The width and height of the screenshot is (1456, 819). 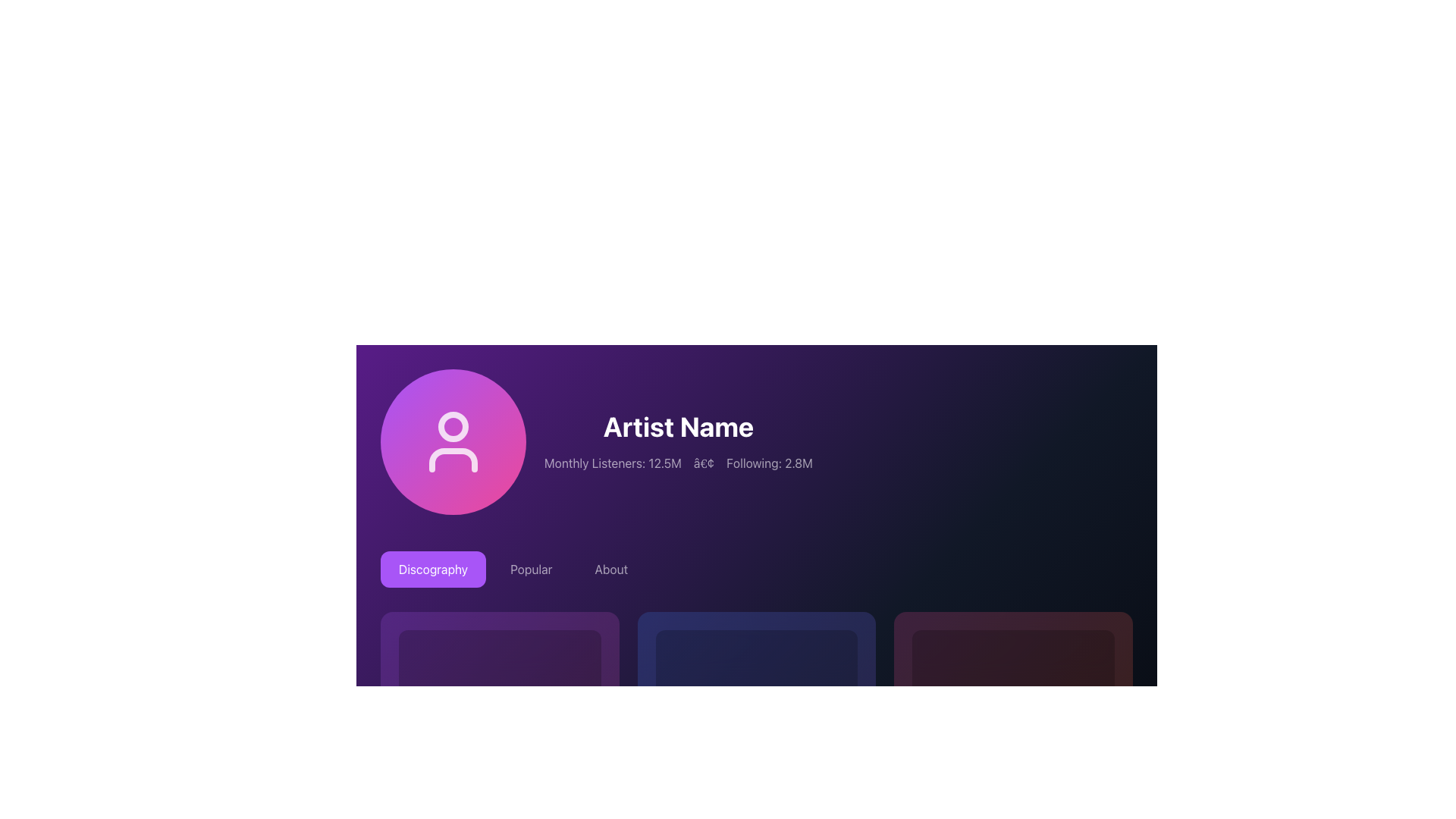 What do you see at coordinates (531, 570) in the screenshot?
I see `the 'Popular' button, which is a light-colored rectangular button with rounded corners located between the 'Discography' and 'About' buttons in the navigation area` at bounding box center [531, 570].